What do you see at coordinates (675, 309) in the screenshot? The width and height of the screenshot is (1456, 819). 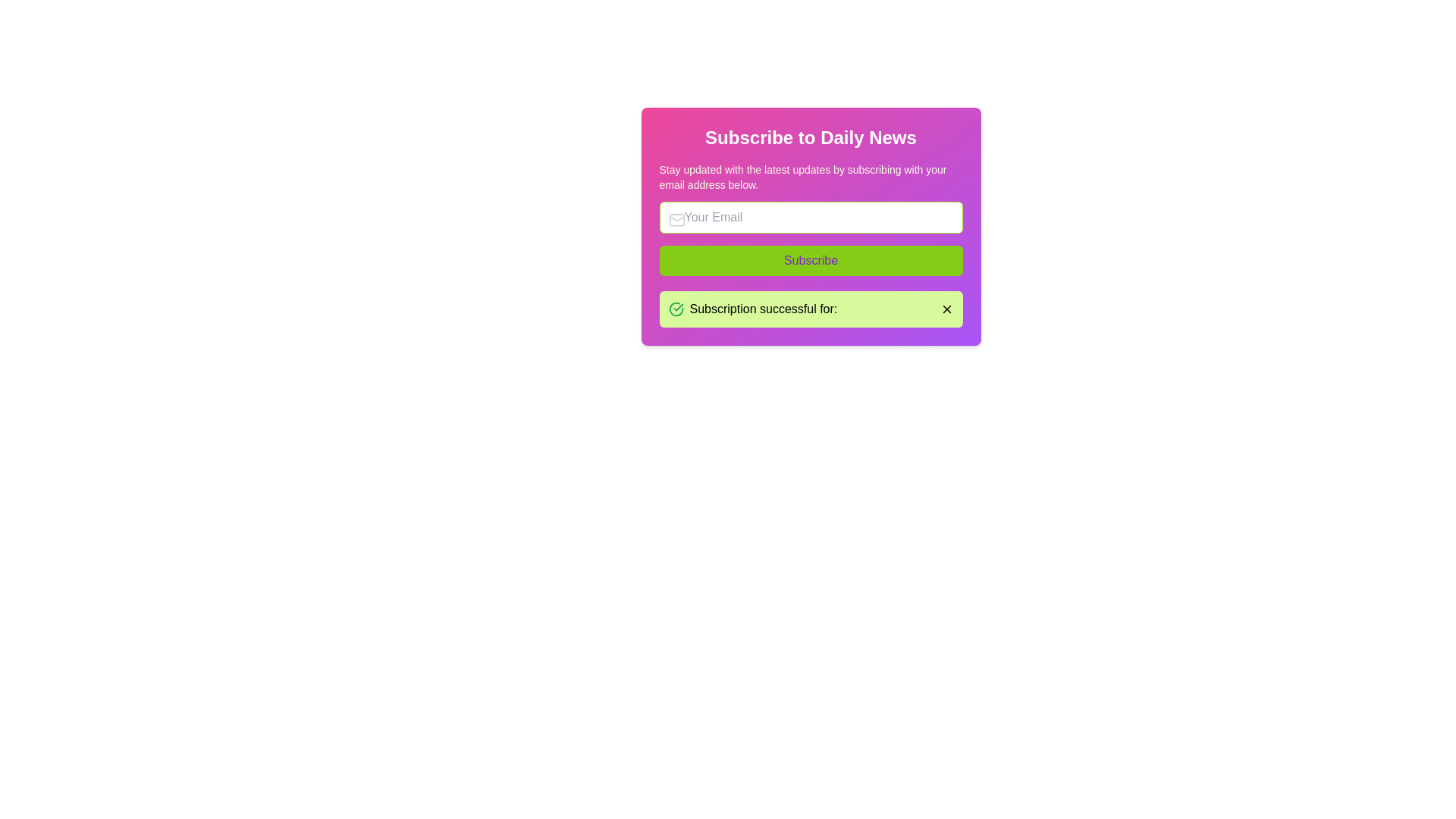 I see `the visual confirmation icon indicating the success of the subscription action, located to the left of the text 'Subscription successful for:' within the alert box` at bounding box center [675, 309].